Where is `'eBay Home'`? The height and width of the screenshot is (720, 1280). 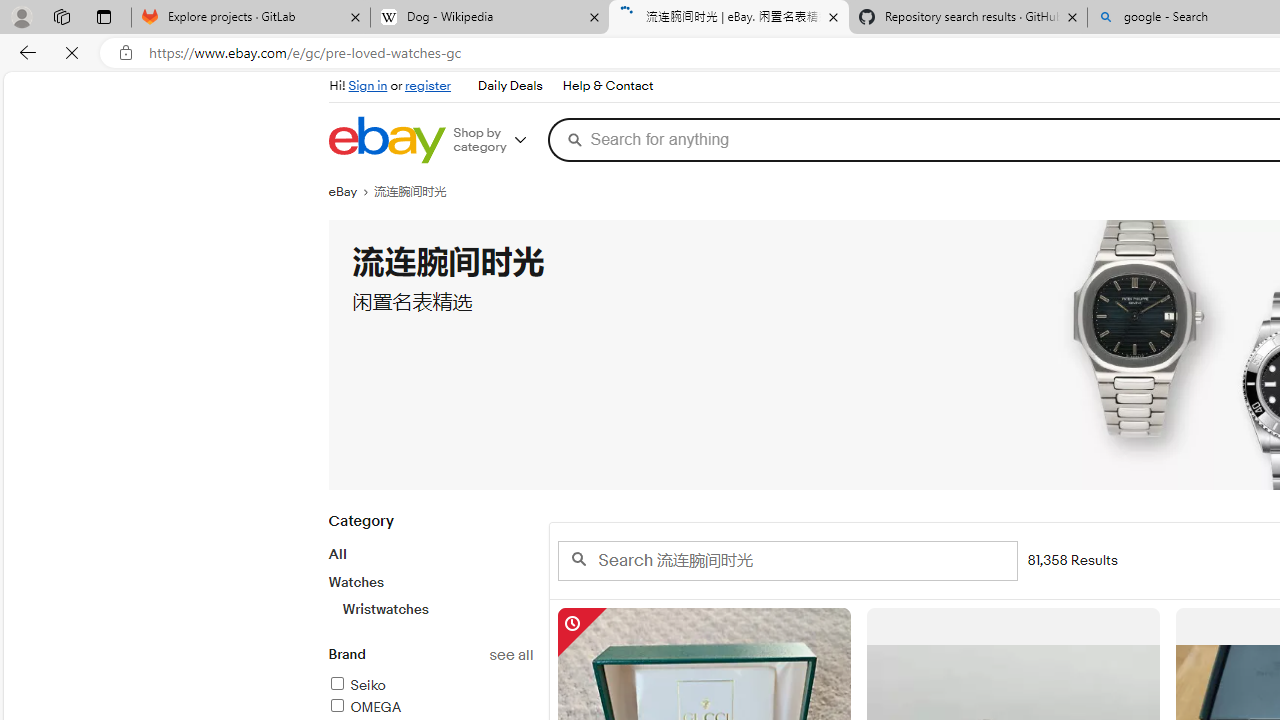 'eBay Home' is located at coordinates (386, 139).